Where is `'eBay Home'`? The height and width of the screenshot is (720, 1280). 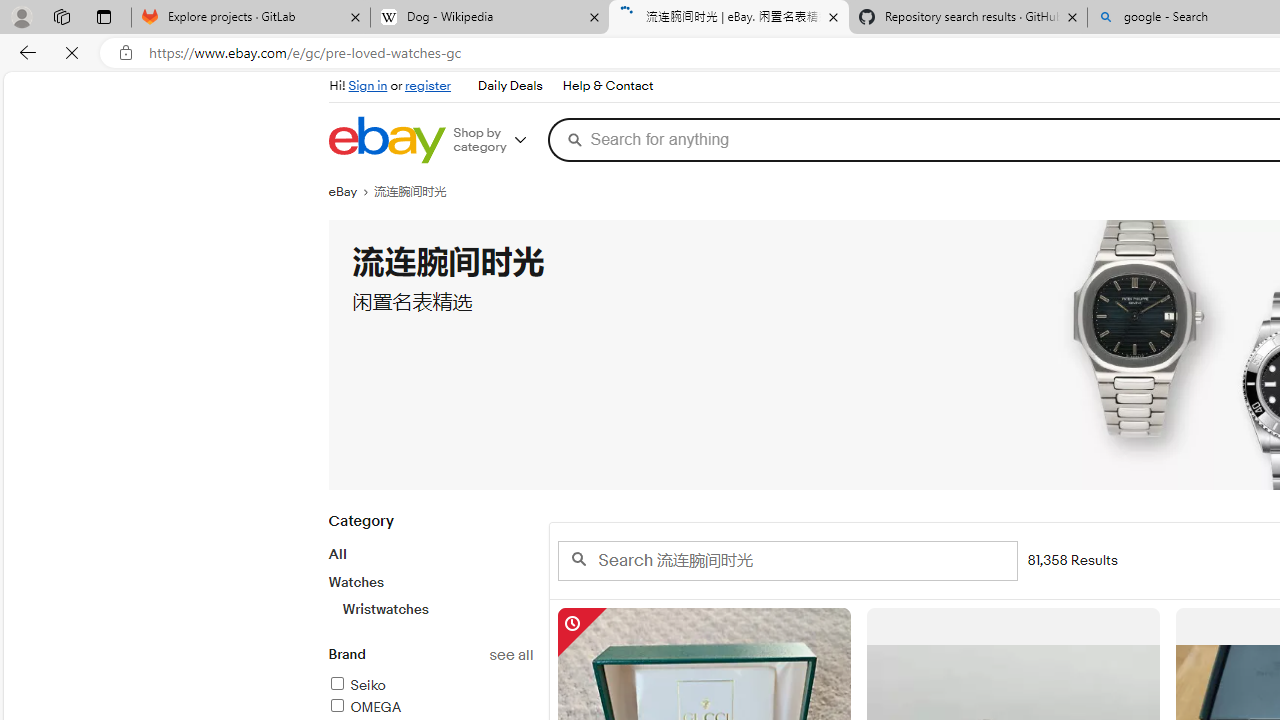 'eBay Home' is located at coordinates (386, 139).